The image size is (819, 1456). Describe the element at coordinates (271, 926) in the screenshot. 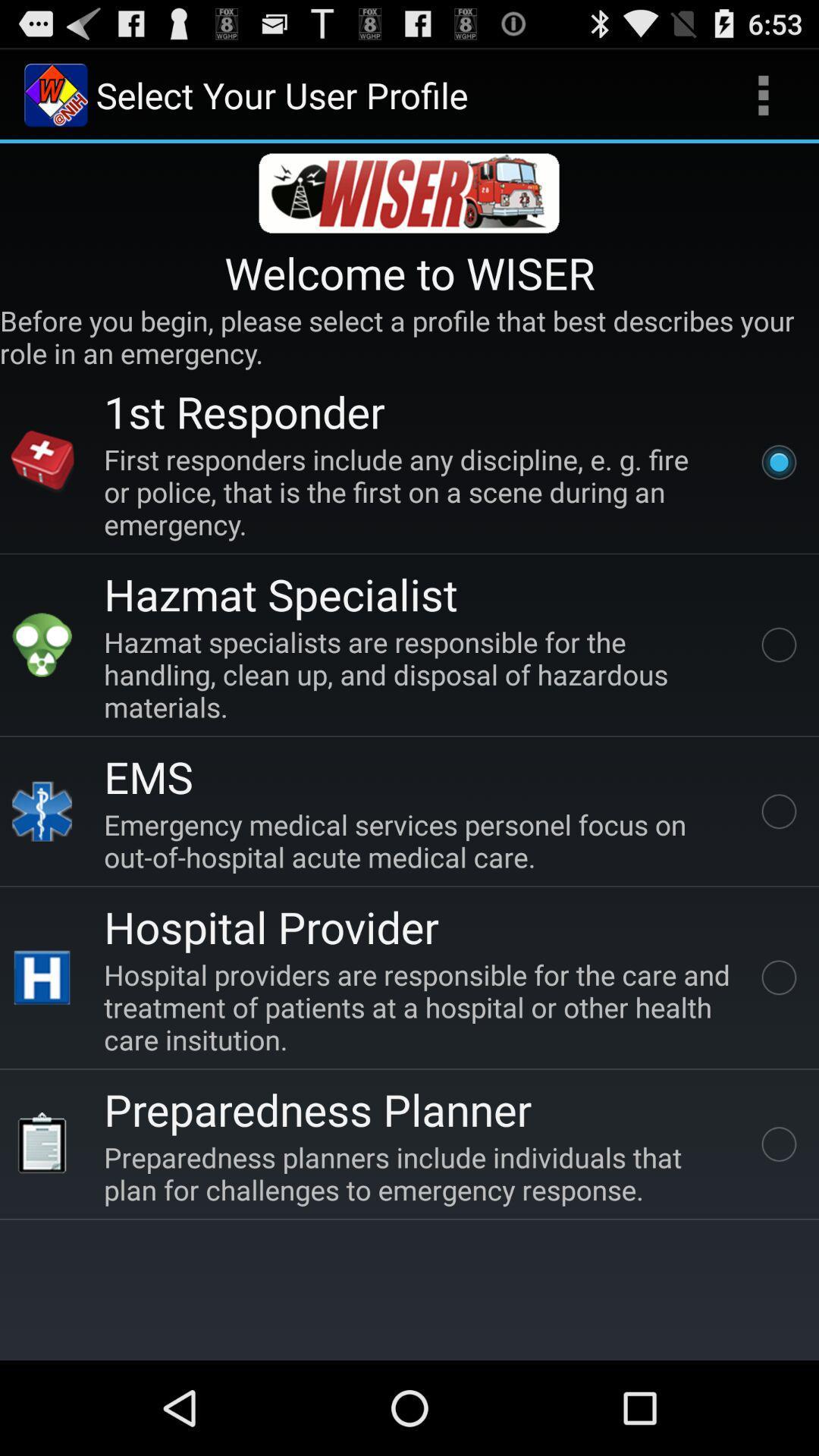

I see `item above hospital providers are` at that location.